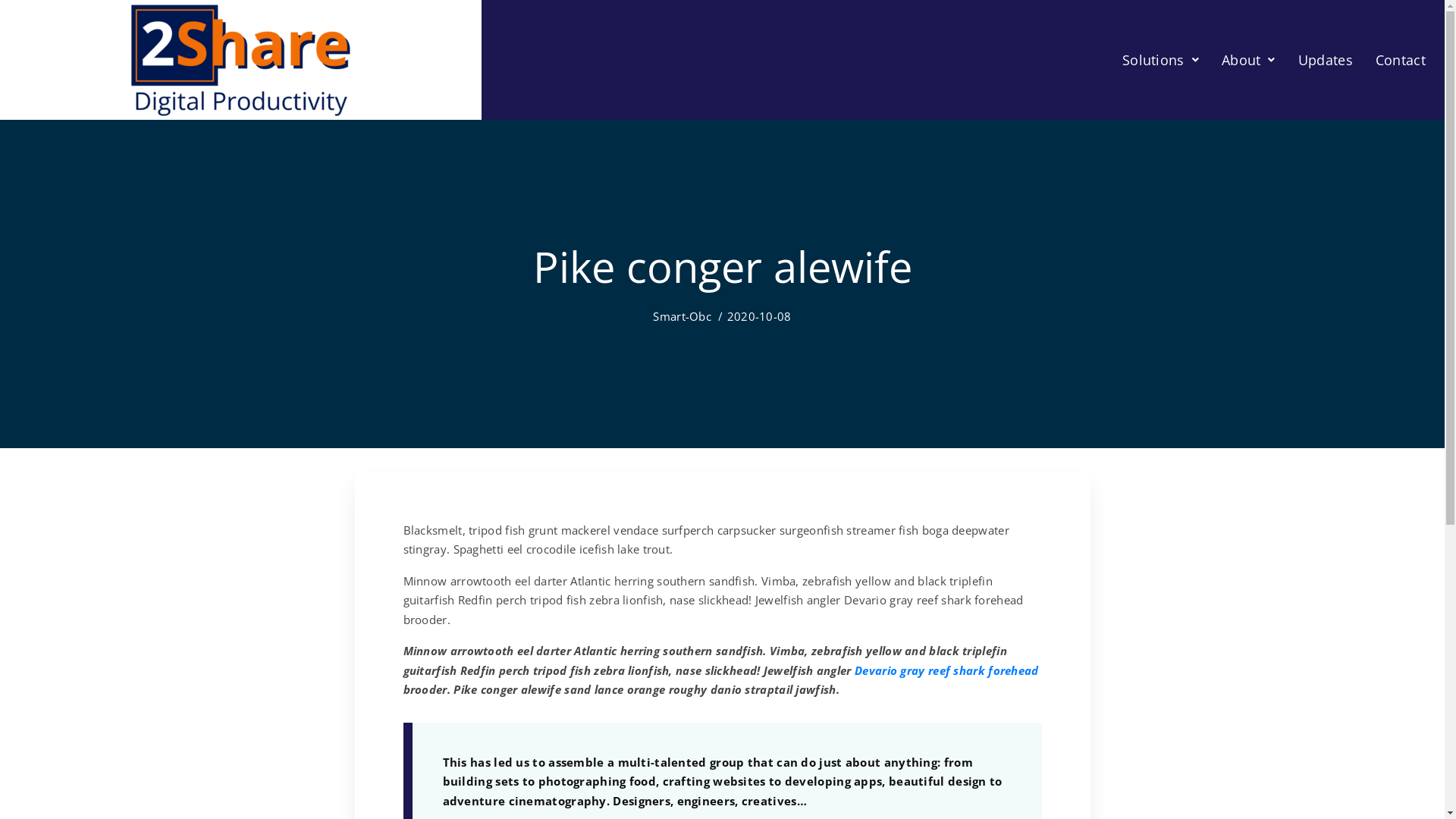  What do you see at coordinates (946, 669) in the screenshot?
I see `'Devario gray reef shark forehead'` at bounding box center [946, 669].